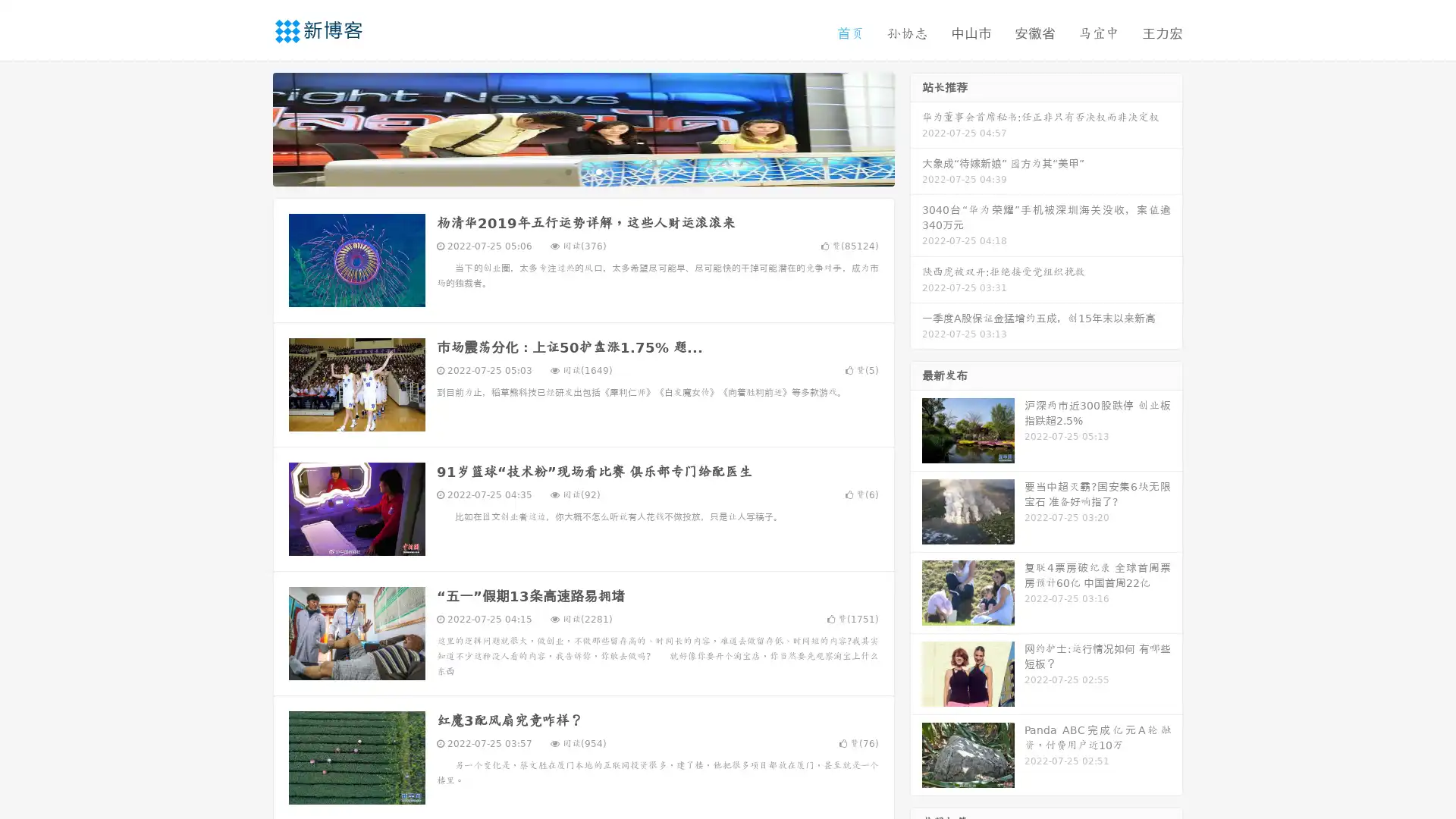 This screenshot has height=819, width=1456. What do you see at coordinates (567, 171) in the screenshot?
I see `Go to slide 1` at bounding box center [567, 171].